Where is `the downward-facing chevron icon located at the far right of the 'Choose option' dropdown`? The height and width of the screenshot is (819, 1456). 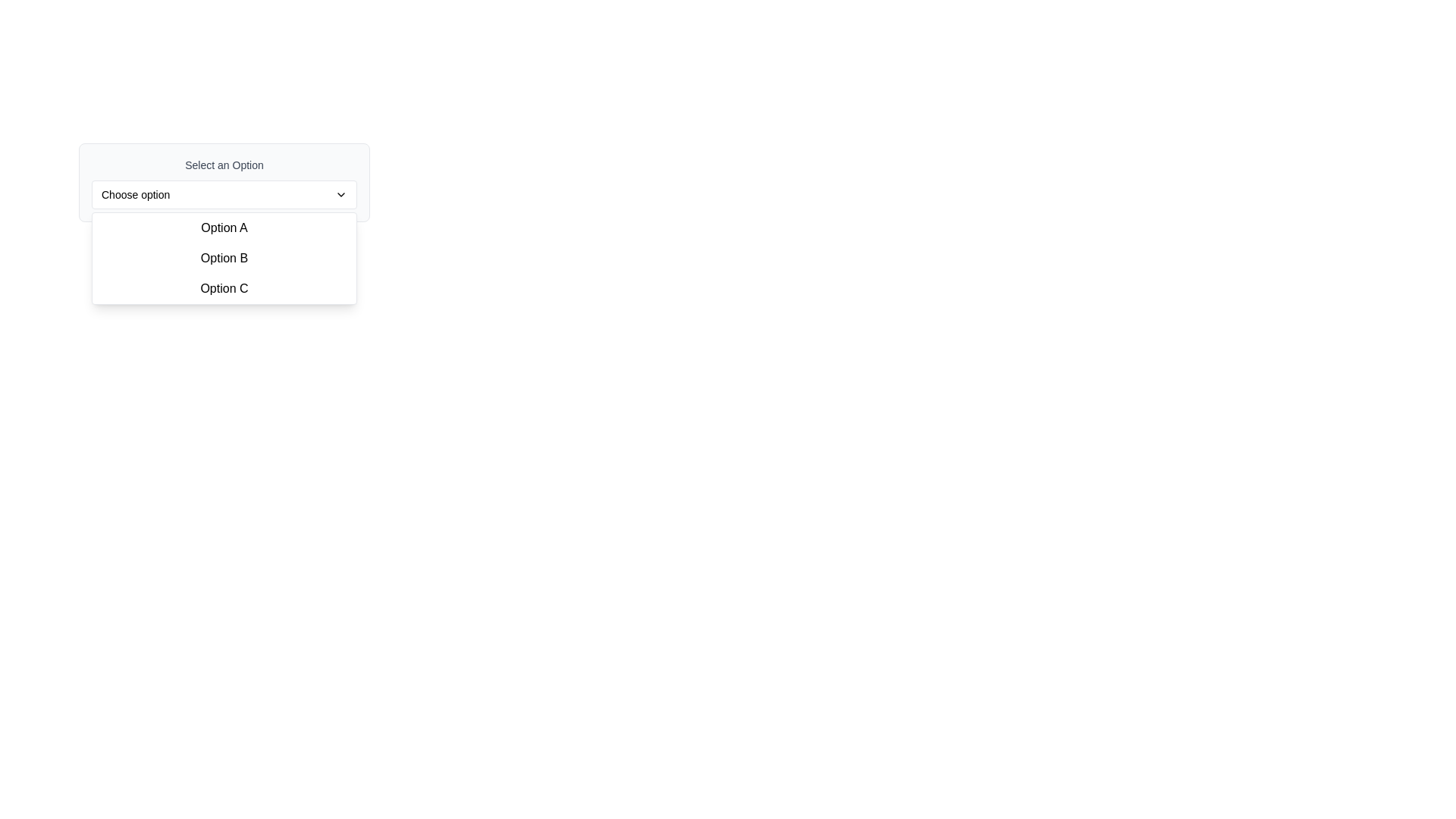 the downward-facing chevron icon located at the far right of the 'Choose option' dropdown is located at coordinates (340, 194).